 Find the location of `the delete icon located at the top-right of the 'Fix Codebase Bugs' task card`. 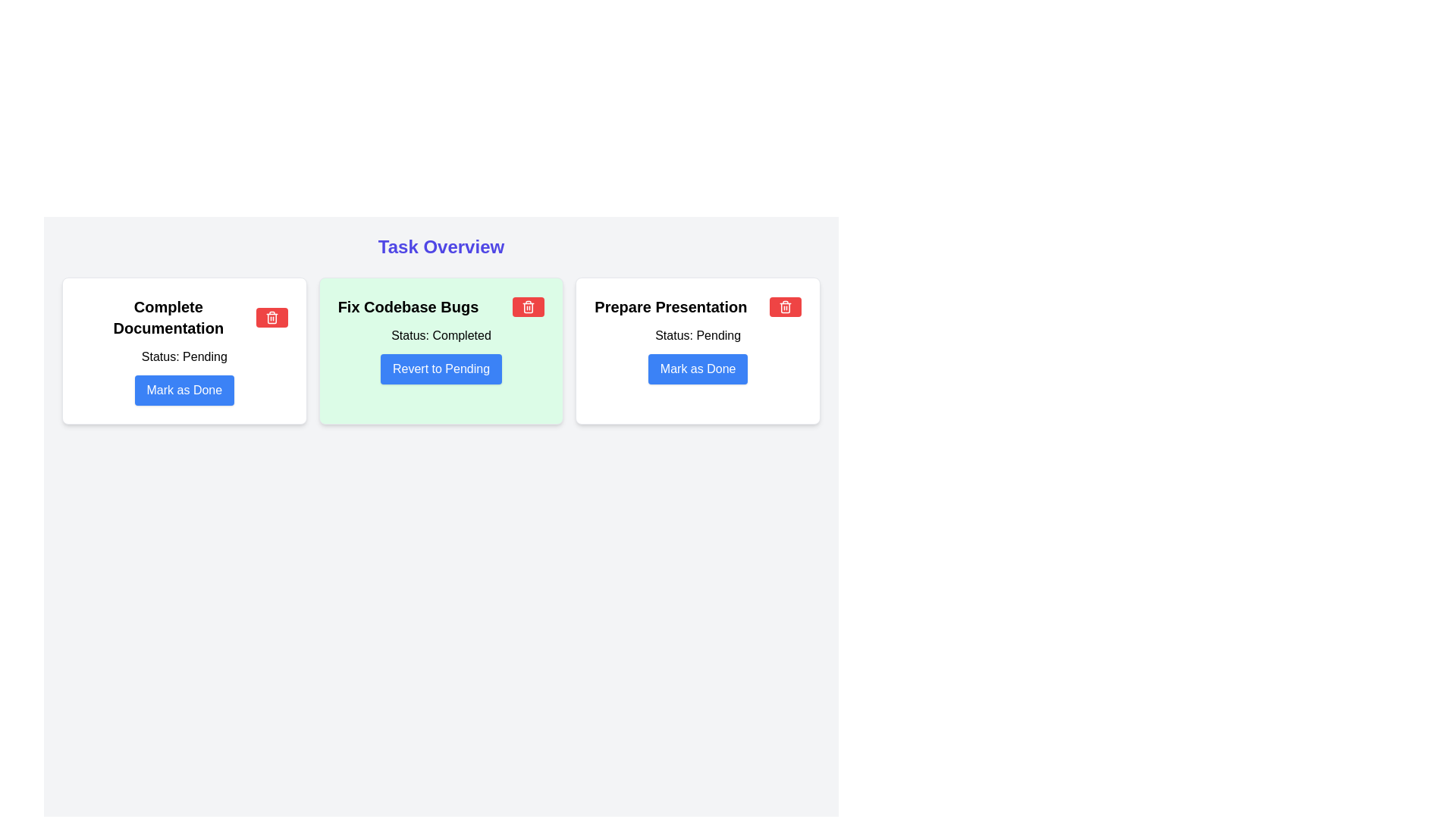

the delete icon located at the top-right of the 'Fix Codebase Bugs' task card is located at coordinates (786, 307).